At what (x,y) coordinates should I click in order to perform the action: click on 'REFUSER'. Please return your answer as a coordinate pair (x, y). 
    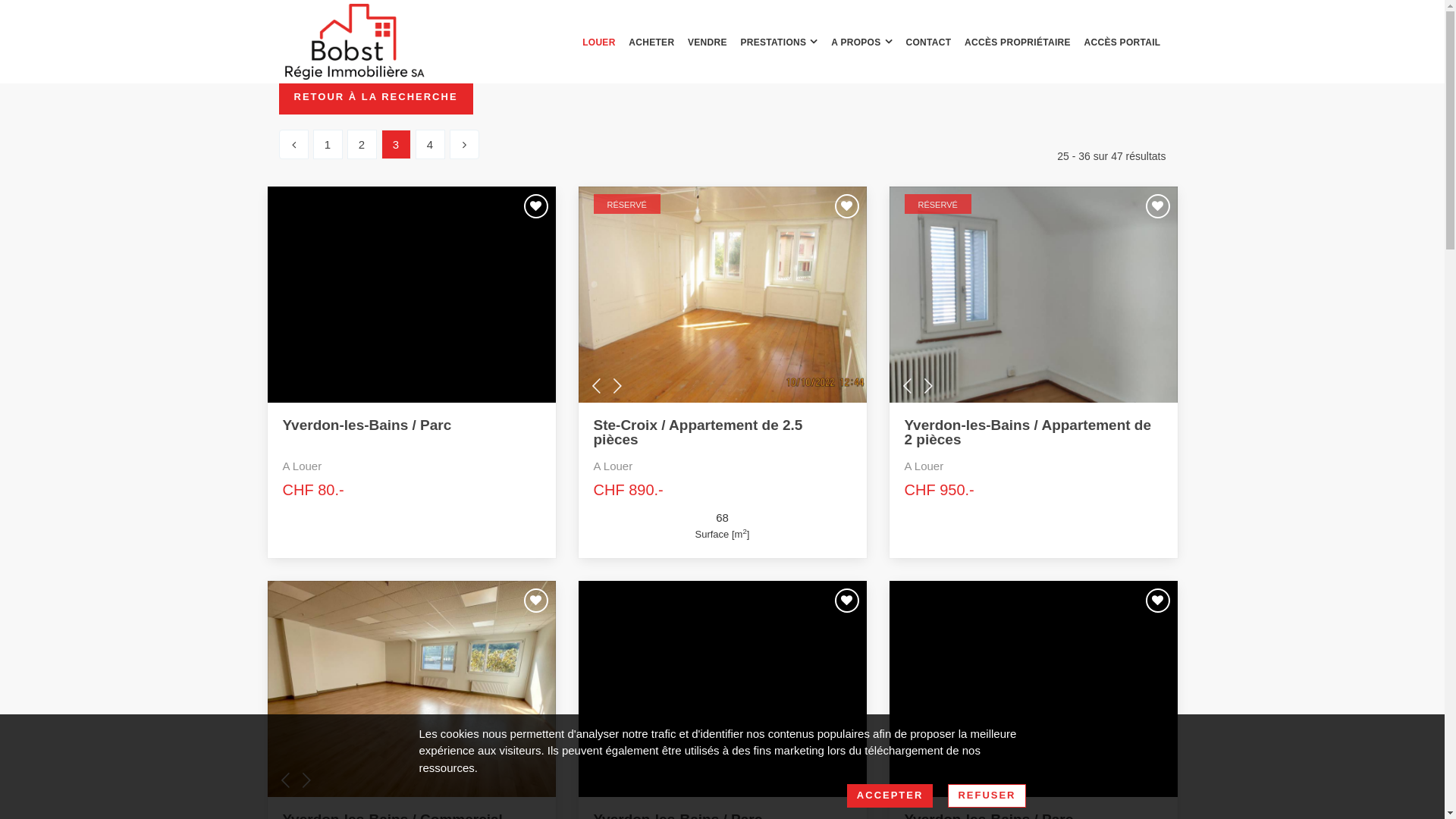
    Looking at the image, I should click on (986, 795).